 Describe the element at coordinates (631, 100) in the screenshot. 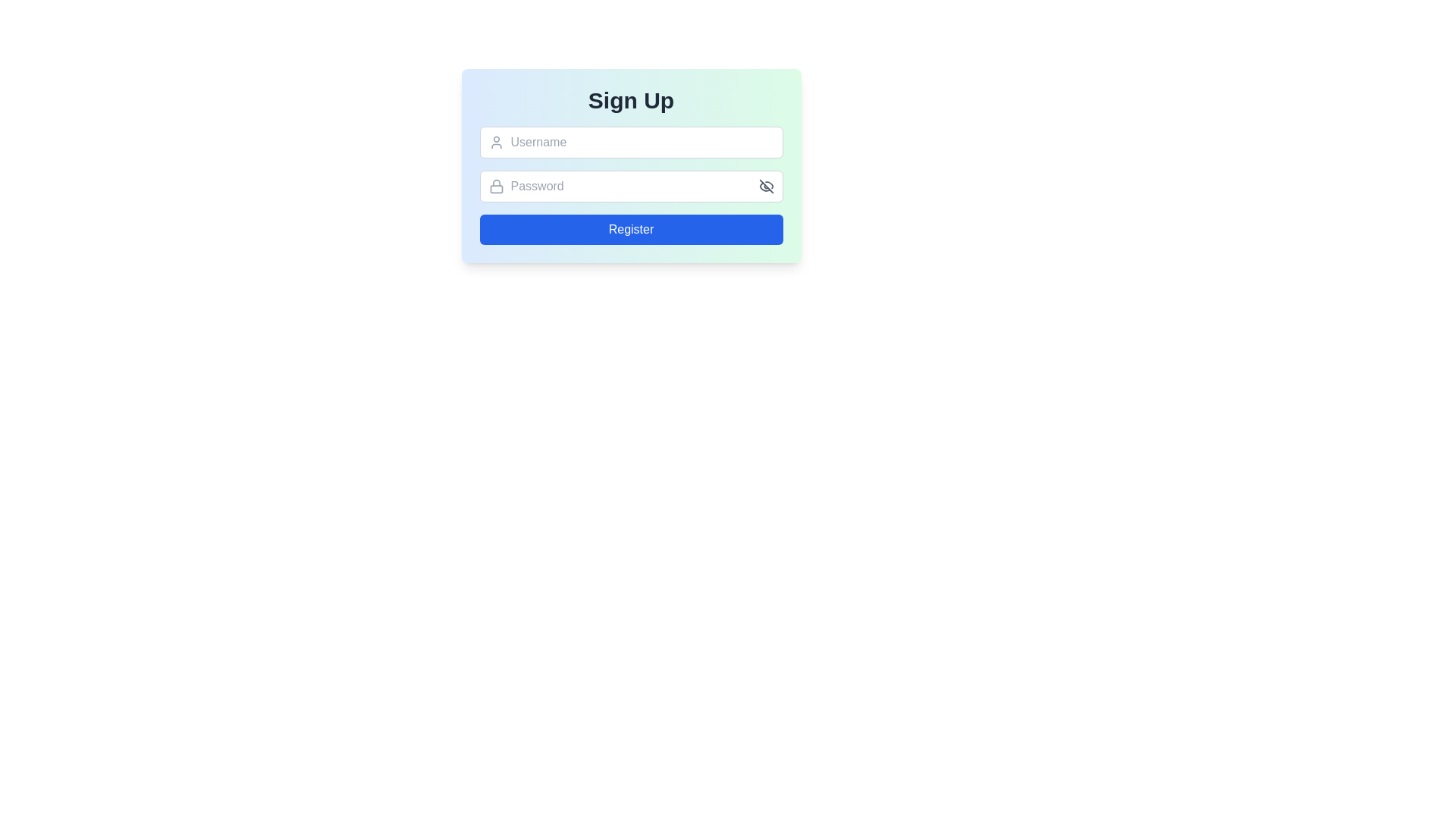

I see `the 'Sign Up' static header, which is a bold and large text in dark gray color, centered at the top of the form` at that location.